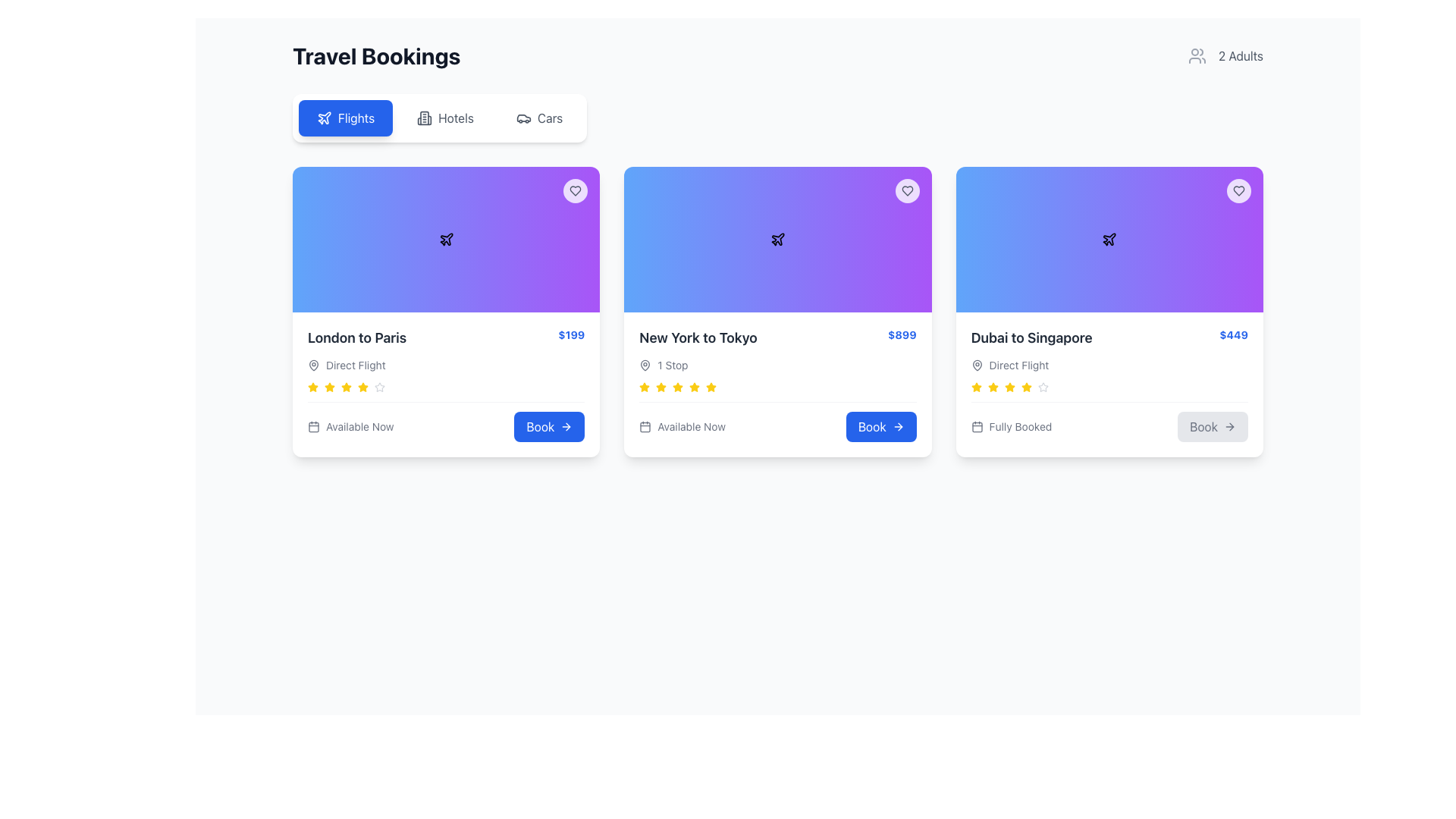  What do you see at coordinates (523, 117) in the screenshot?
I see `the left part of the car icon, which is a minimalist representation showing lines and shapes outlining a vehicle's structure, located to the left of the circular shapes representing wheels` at bounding box center [523, 117].